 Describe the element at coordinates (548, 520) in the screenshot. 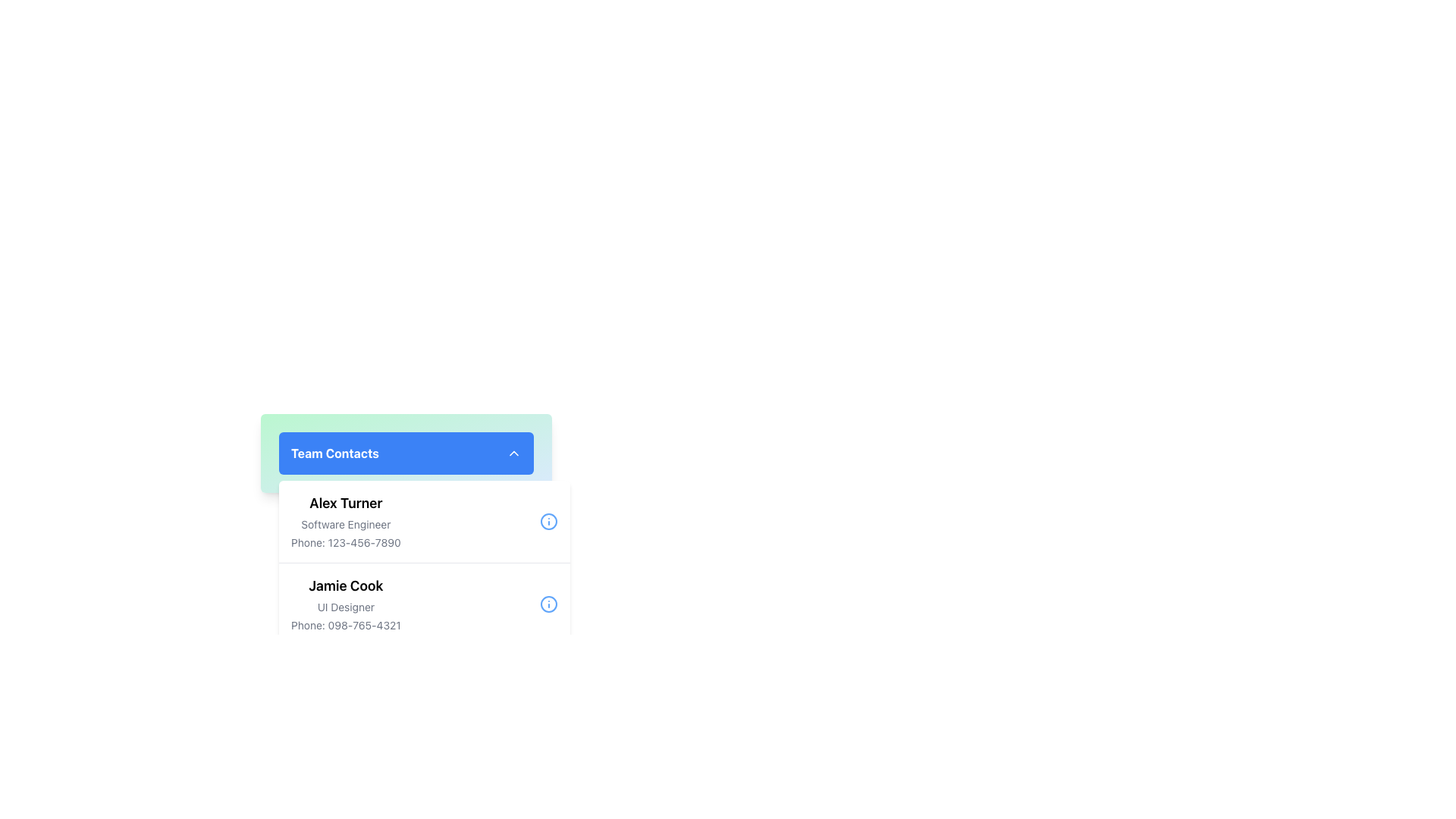

I see `on the information/help icon located in the top-right corner of the 'Alex Turner' contact card interface, aligned horizontally with the text 'Alex Turner'` at that location.